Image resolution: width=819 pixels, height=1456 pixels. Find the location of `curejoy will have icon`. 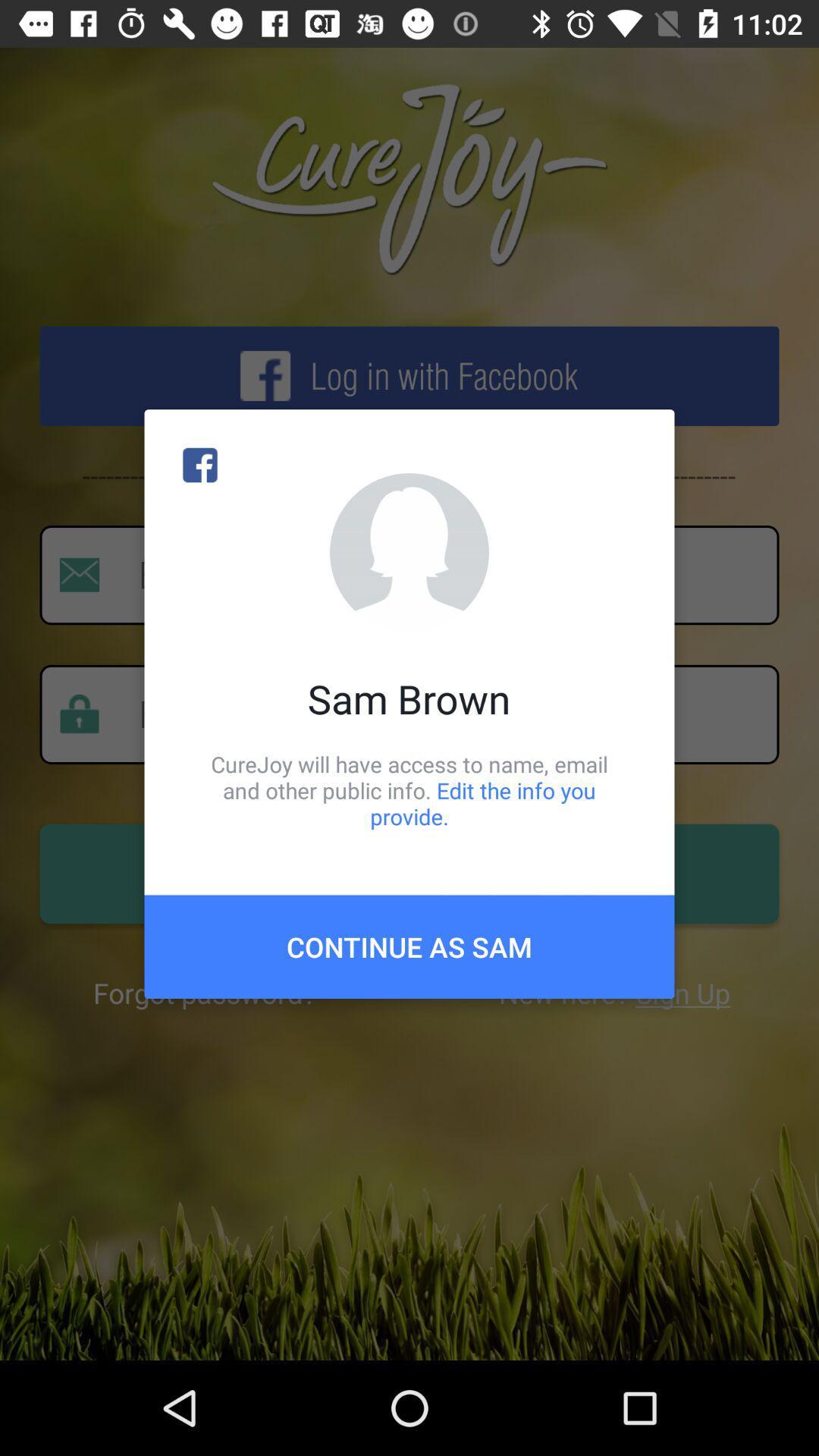

curejoy will have icon is located at coordinates (409, 789).